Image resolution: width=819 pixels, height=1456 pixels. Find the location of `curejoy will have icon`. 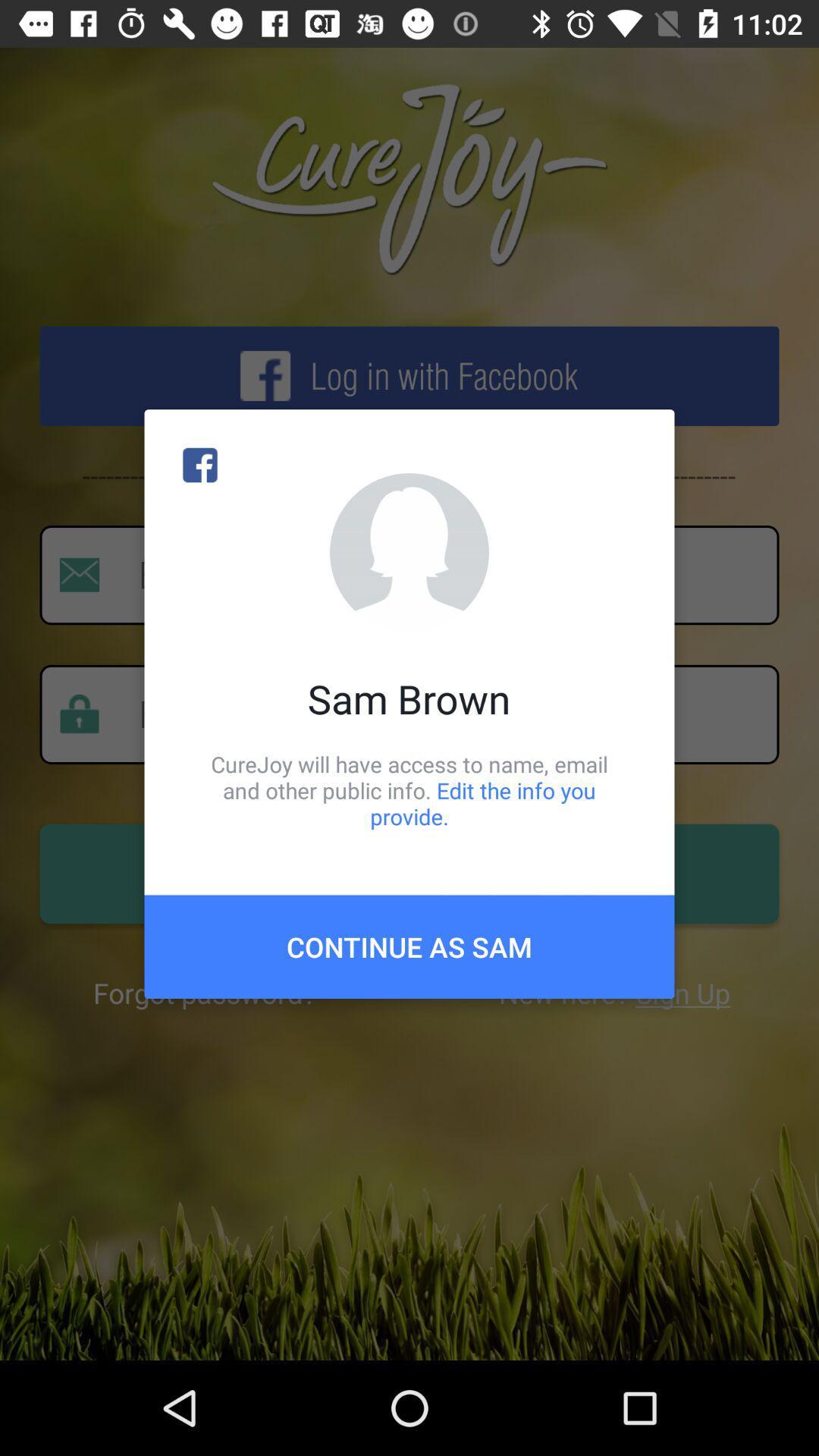

curejoy will have icon is located at coordinates (409, 789).